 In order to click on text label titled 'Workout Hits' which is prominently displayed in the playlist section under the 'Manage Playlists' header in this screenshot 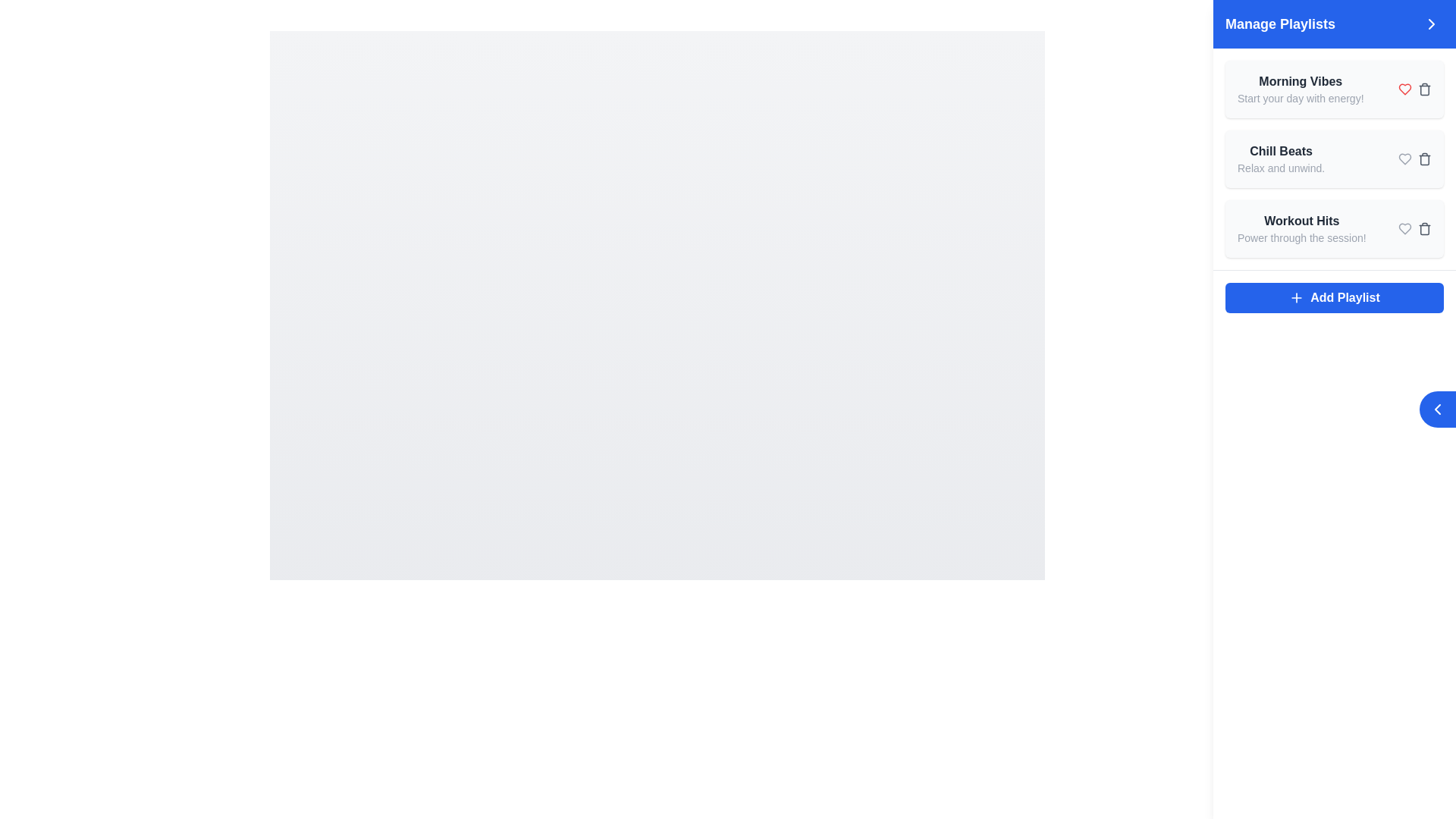, I will do `click(1301, 221)`.